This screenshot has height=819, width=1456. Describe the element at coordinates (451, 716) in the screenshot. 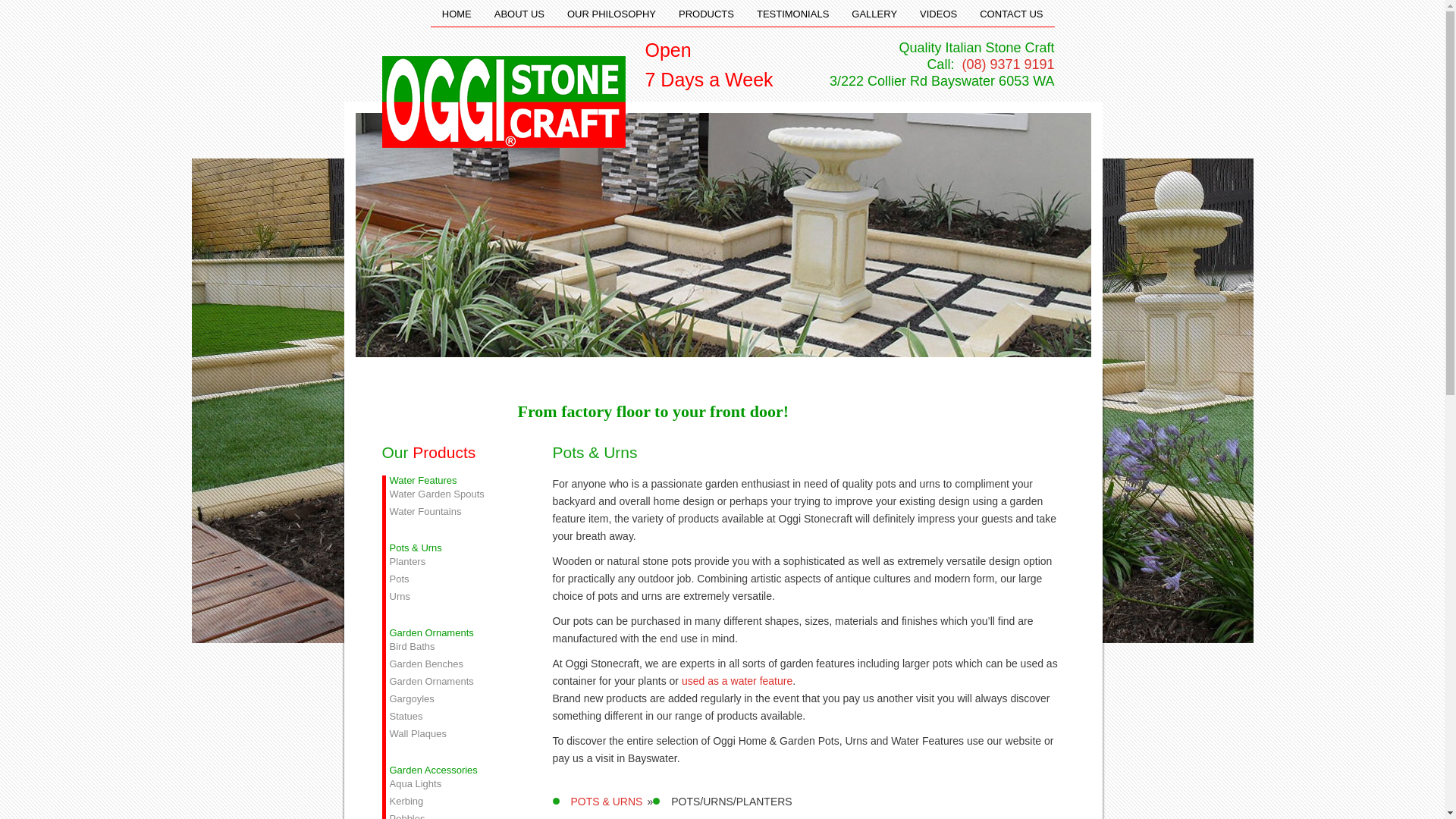

I see `'Statues'` at that location.